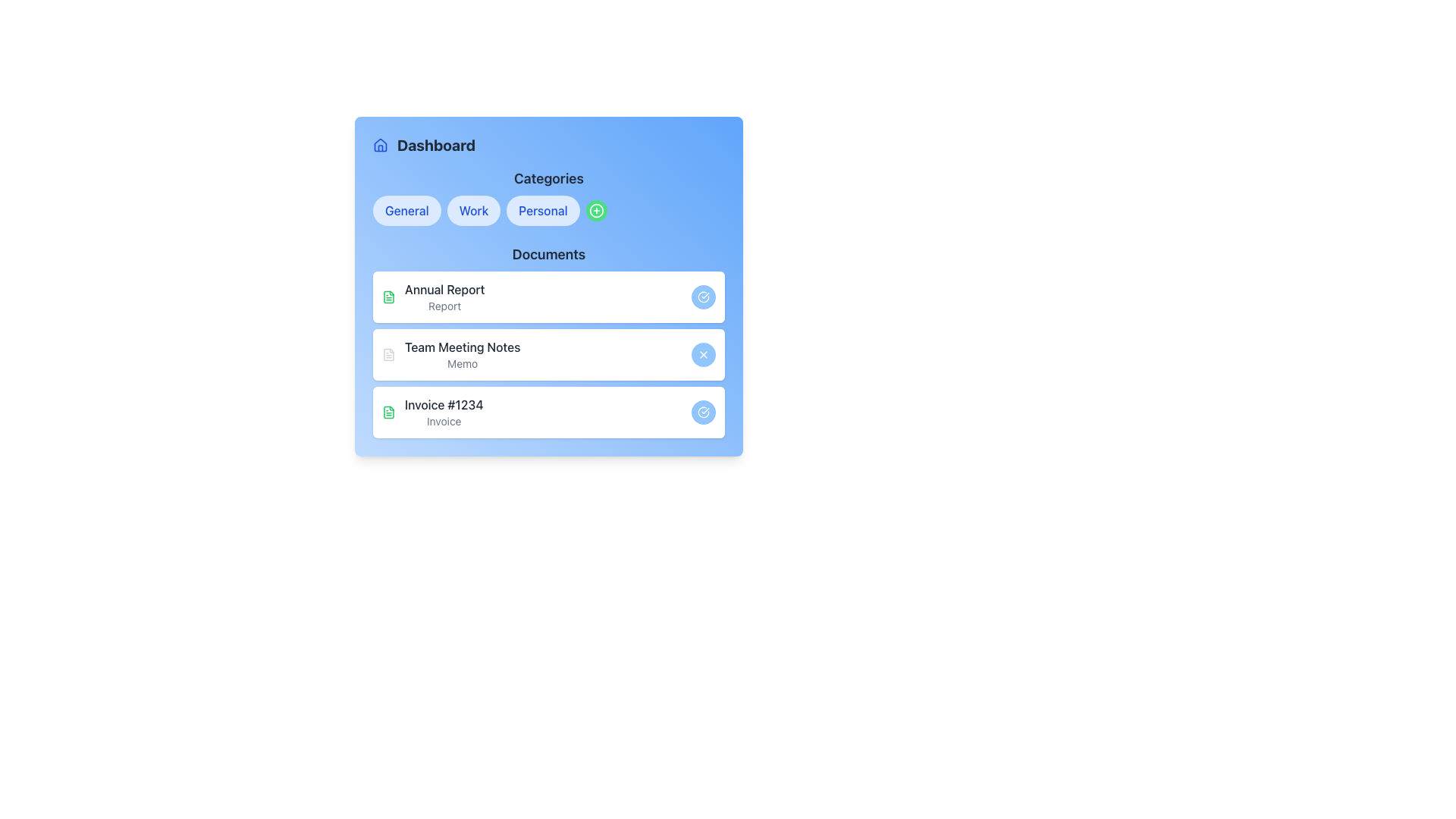 This screenshot has height=819, width=1456. What do you see at coordinates (432, 297) in the screenshot?
I see `the Static Display Element (Document Entry) displaying 'Annual Report' with a green file icon on the left and a gray subtitle 'Report' below it` at bounding box center [432, 297].